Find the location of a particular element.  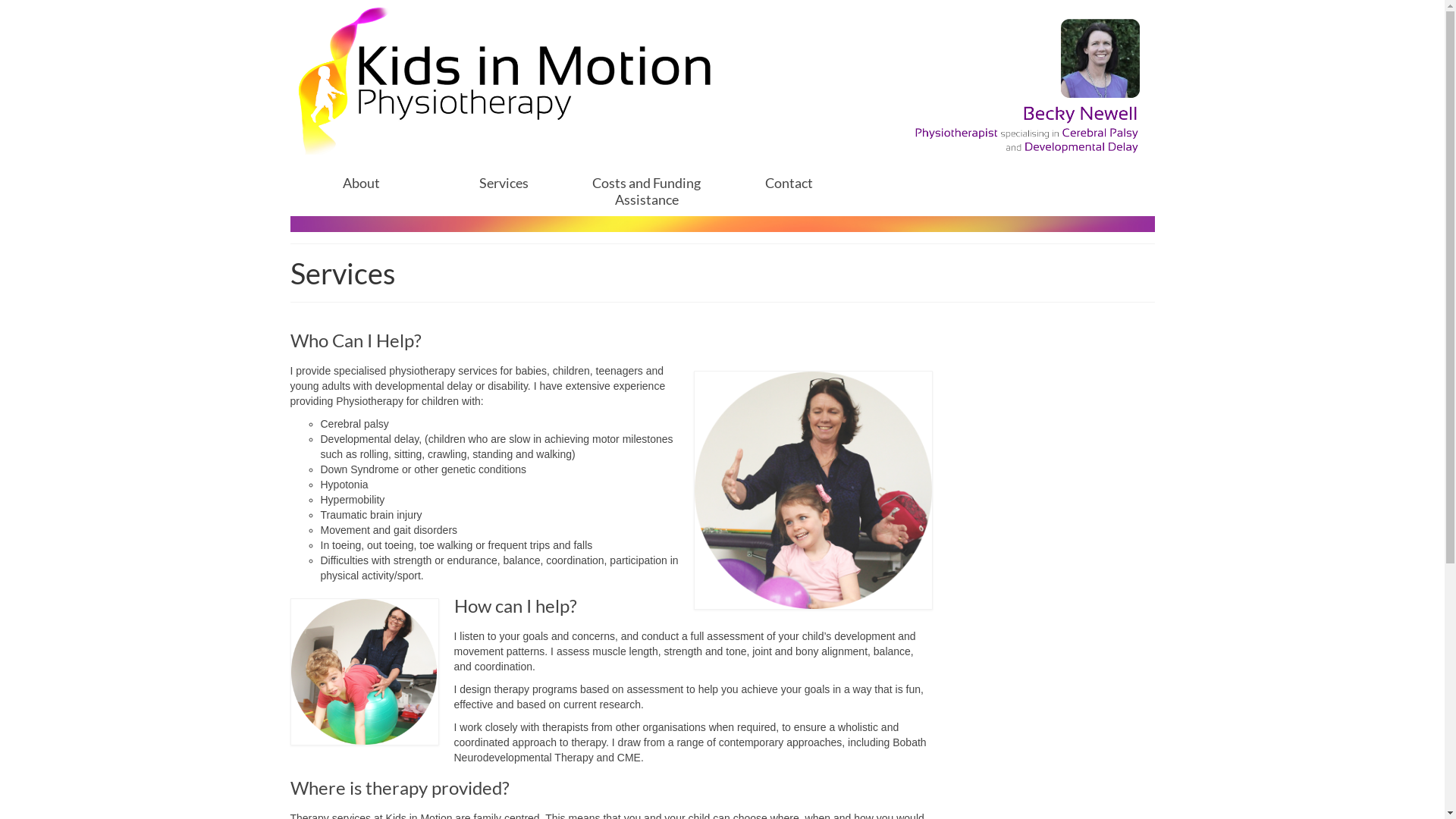

'About' is located at coordinates (359, 181).